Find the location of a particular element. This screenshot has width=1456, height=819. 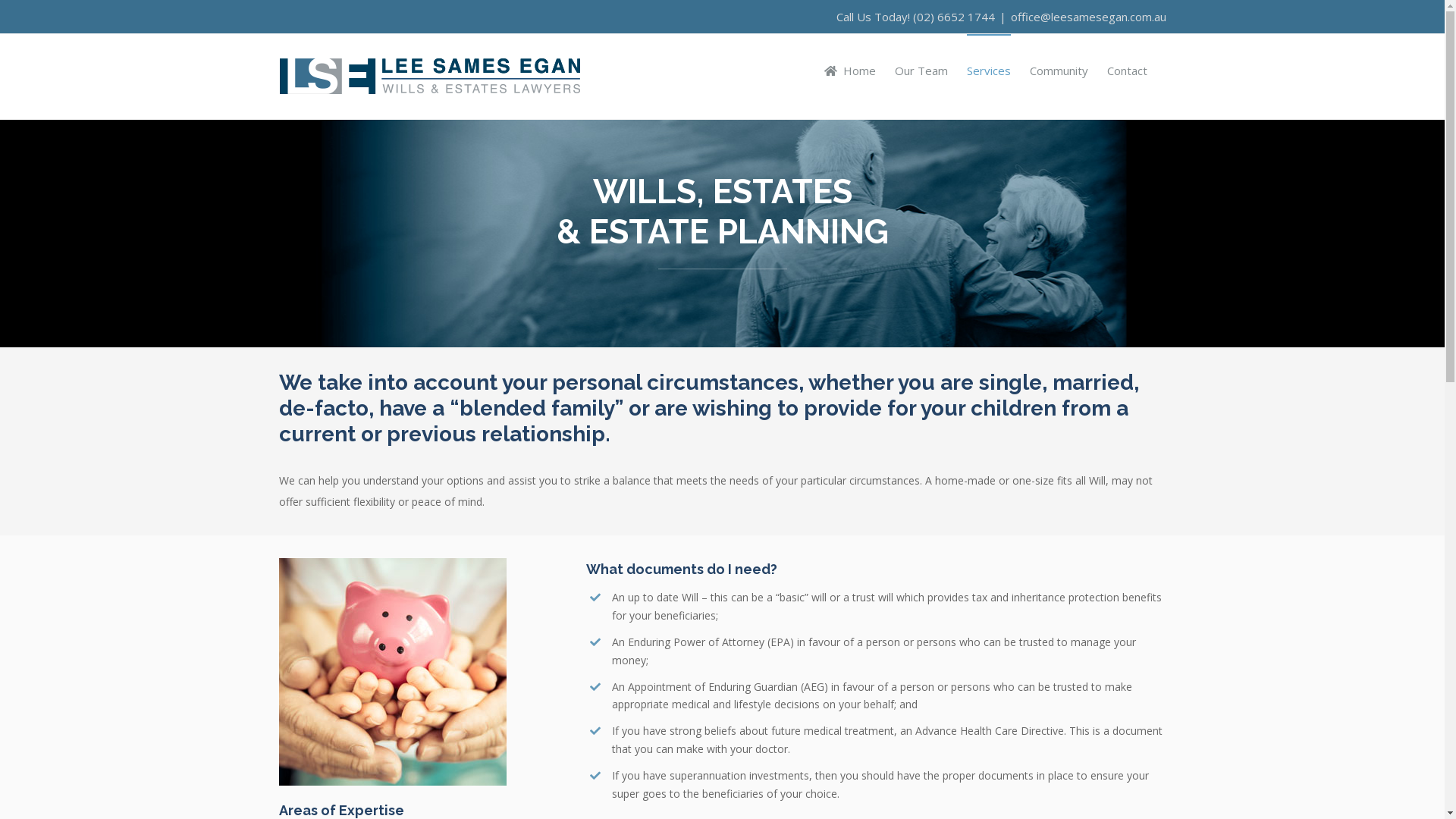

'Services' is located at coordinates (987, 70).